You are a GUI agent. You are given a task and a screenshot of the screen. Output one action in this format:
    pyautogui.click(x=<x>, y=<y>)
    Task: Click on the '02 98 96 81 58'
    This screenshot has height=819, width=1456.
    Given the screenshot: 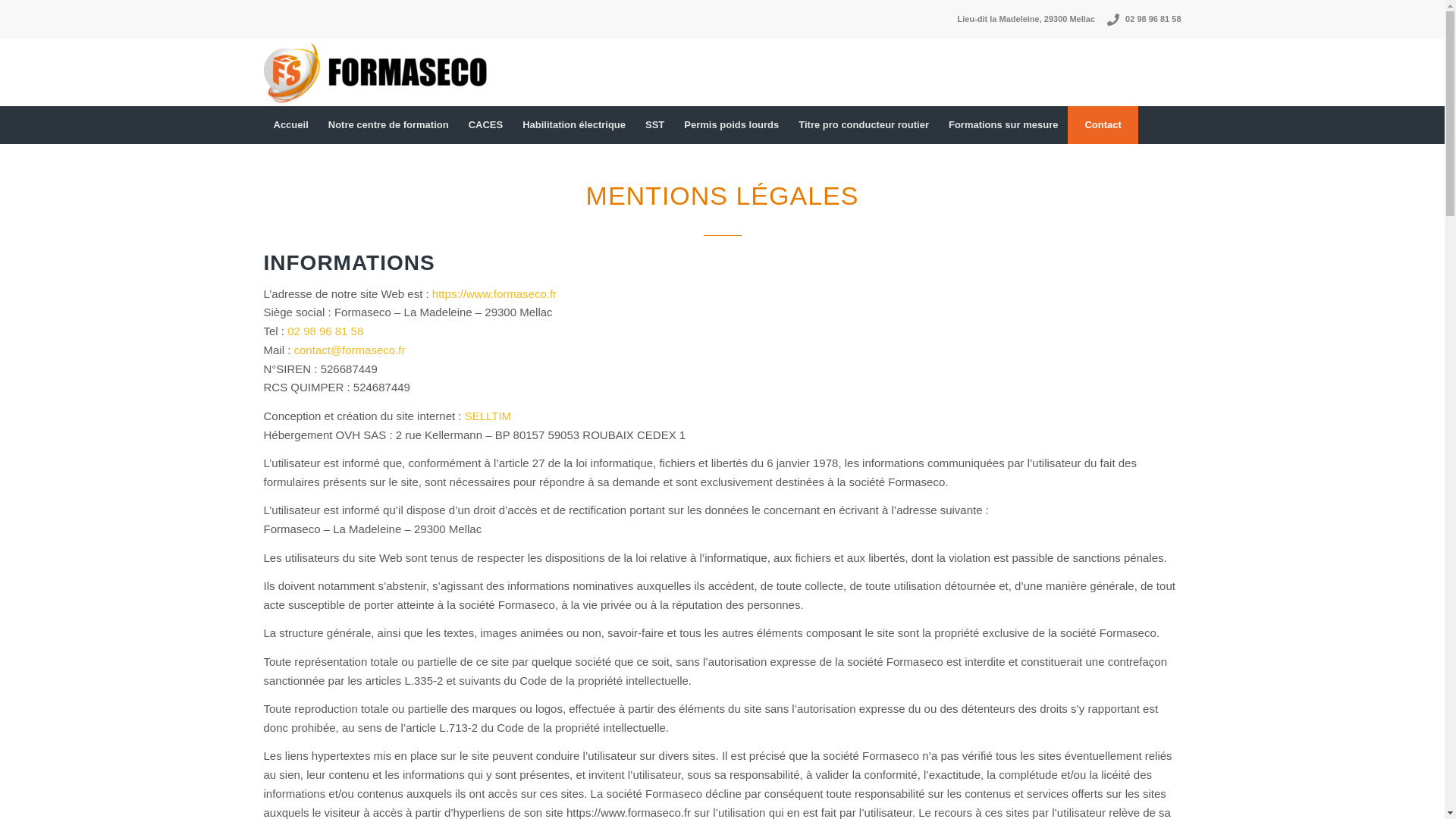 What is the action you would take?
    pyautogui.click(x=324, y=330)
    